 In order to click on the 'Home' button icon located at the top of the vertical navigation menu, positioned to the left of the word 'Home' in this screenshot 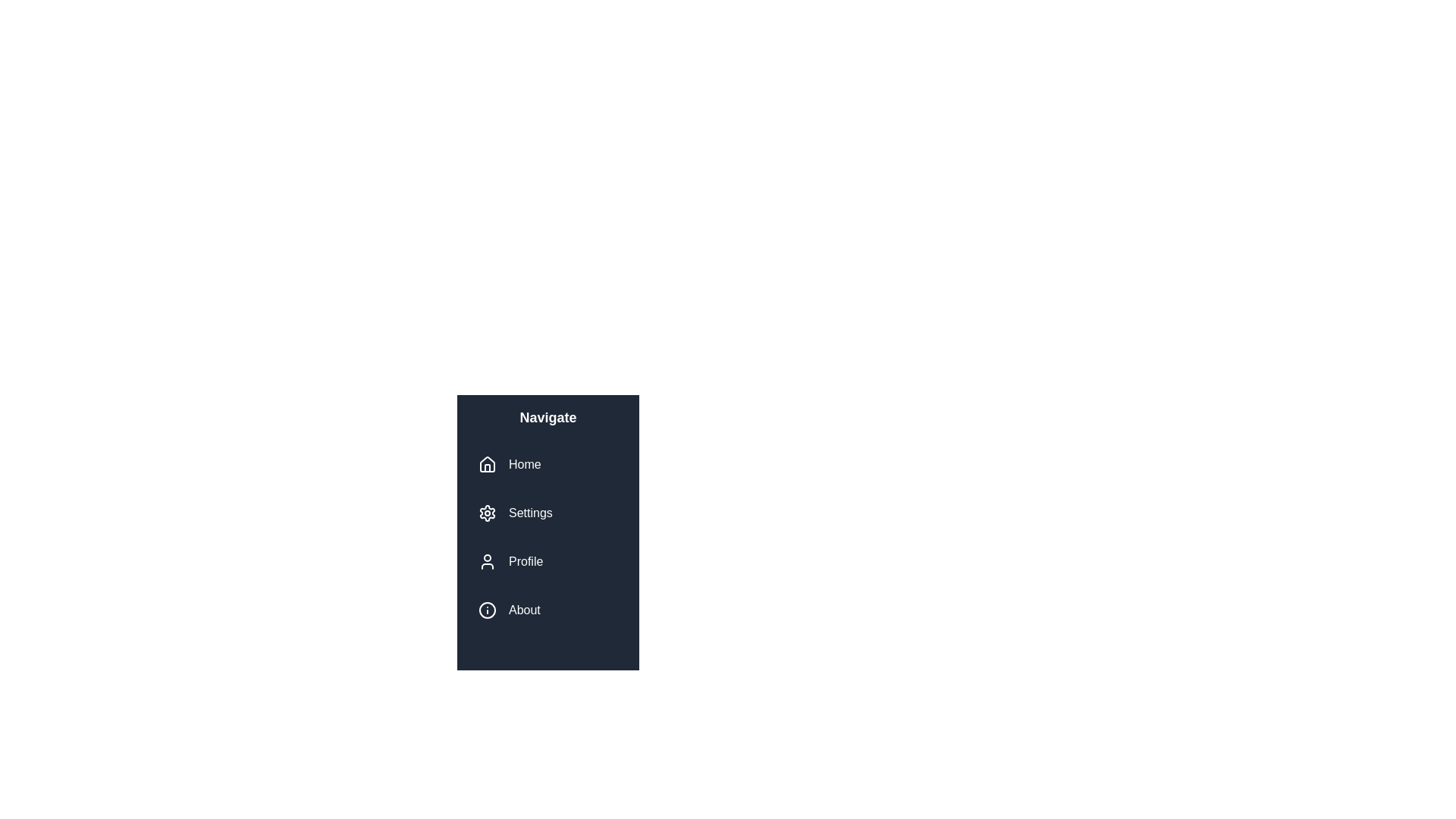, I will do `click(488, 464)`.